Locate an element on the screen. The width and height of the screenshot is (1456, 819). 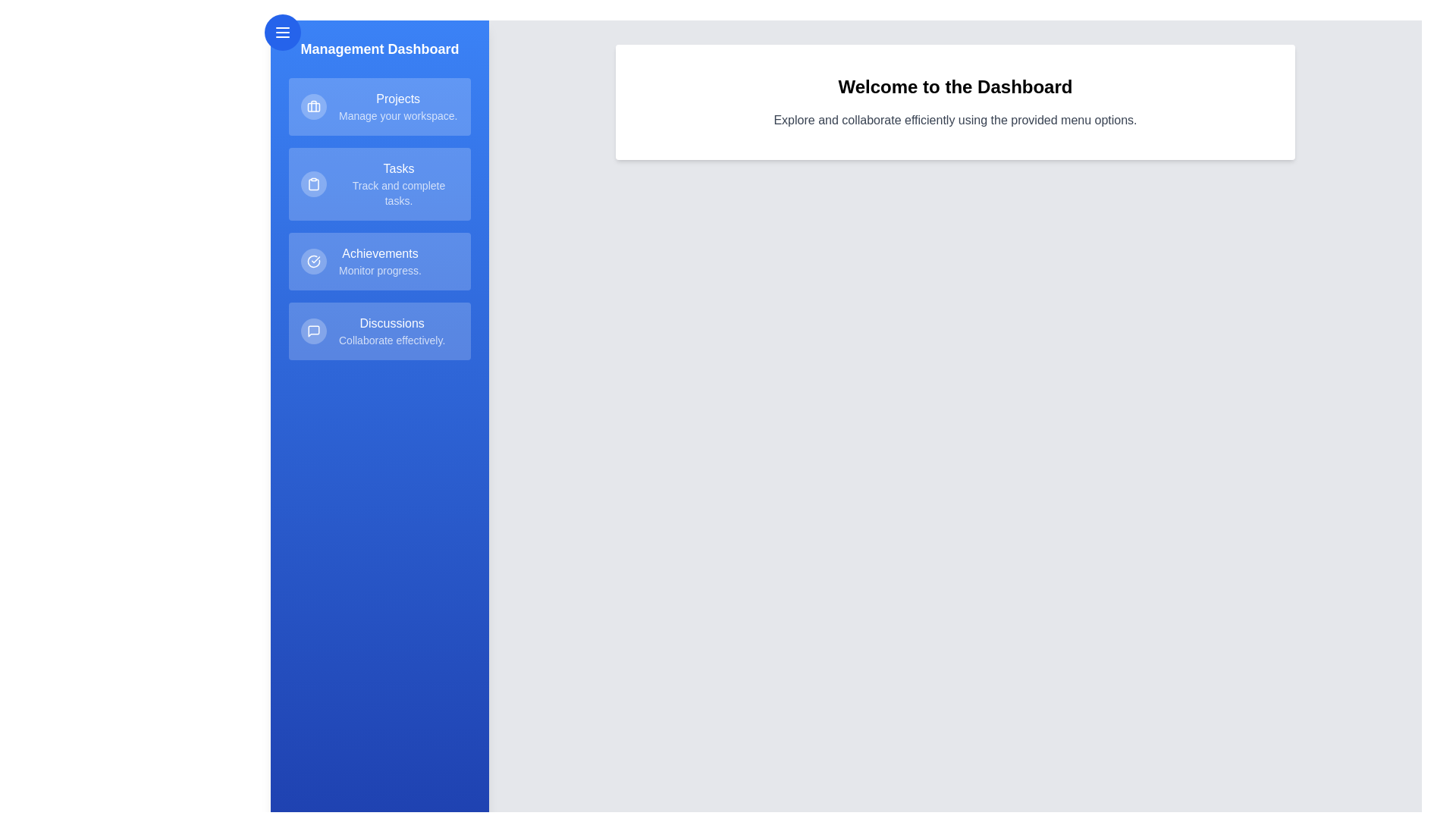
the icon for Achievements in the drawer is located at coordinates (312, 260).